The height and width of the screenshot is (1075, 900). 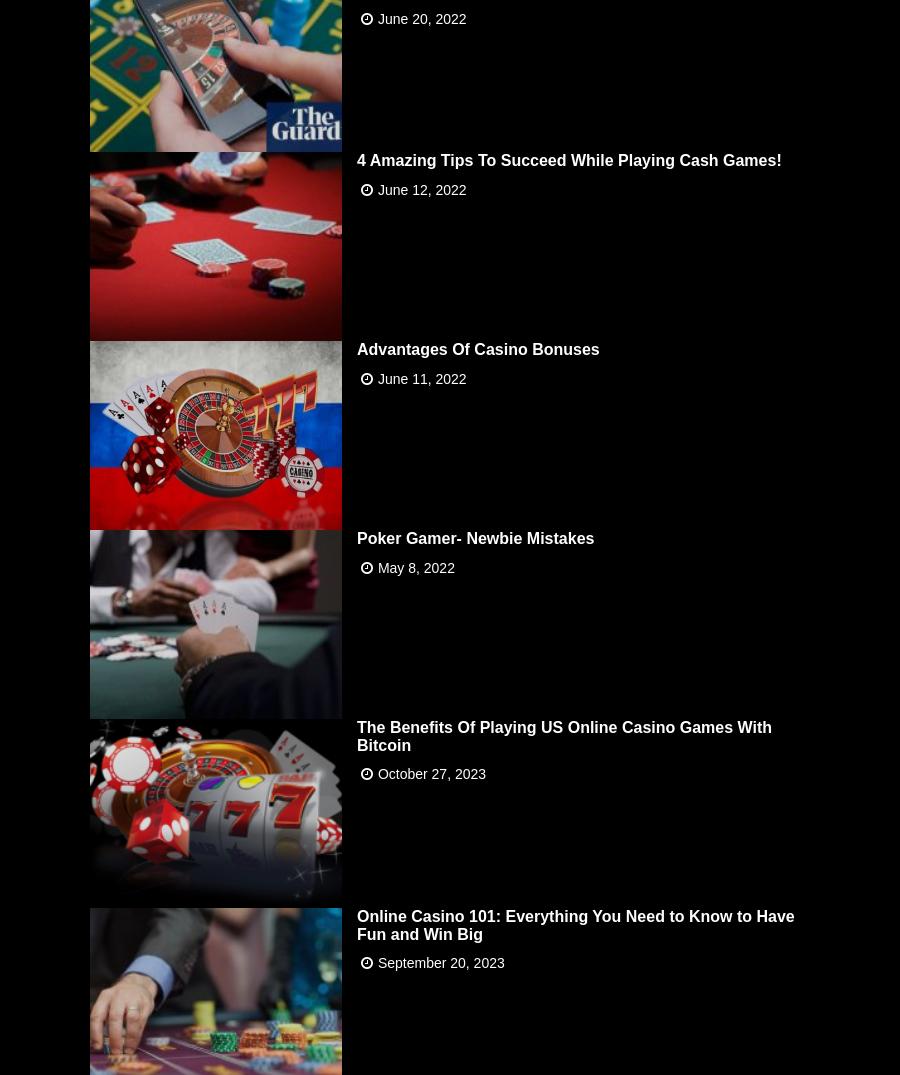 What do you see at coordinates (377, 188) in the screenshot?
I see `'June 12, 2022'` at bounding box center [377, 188].